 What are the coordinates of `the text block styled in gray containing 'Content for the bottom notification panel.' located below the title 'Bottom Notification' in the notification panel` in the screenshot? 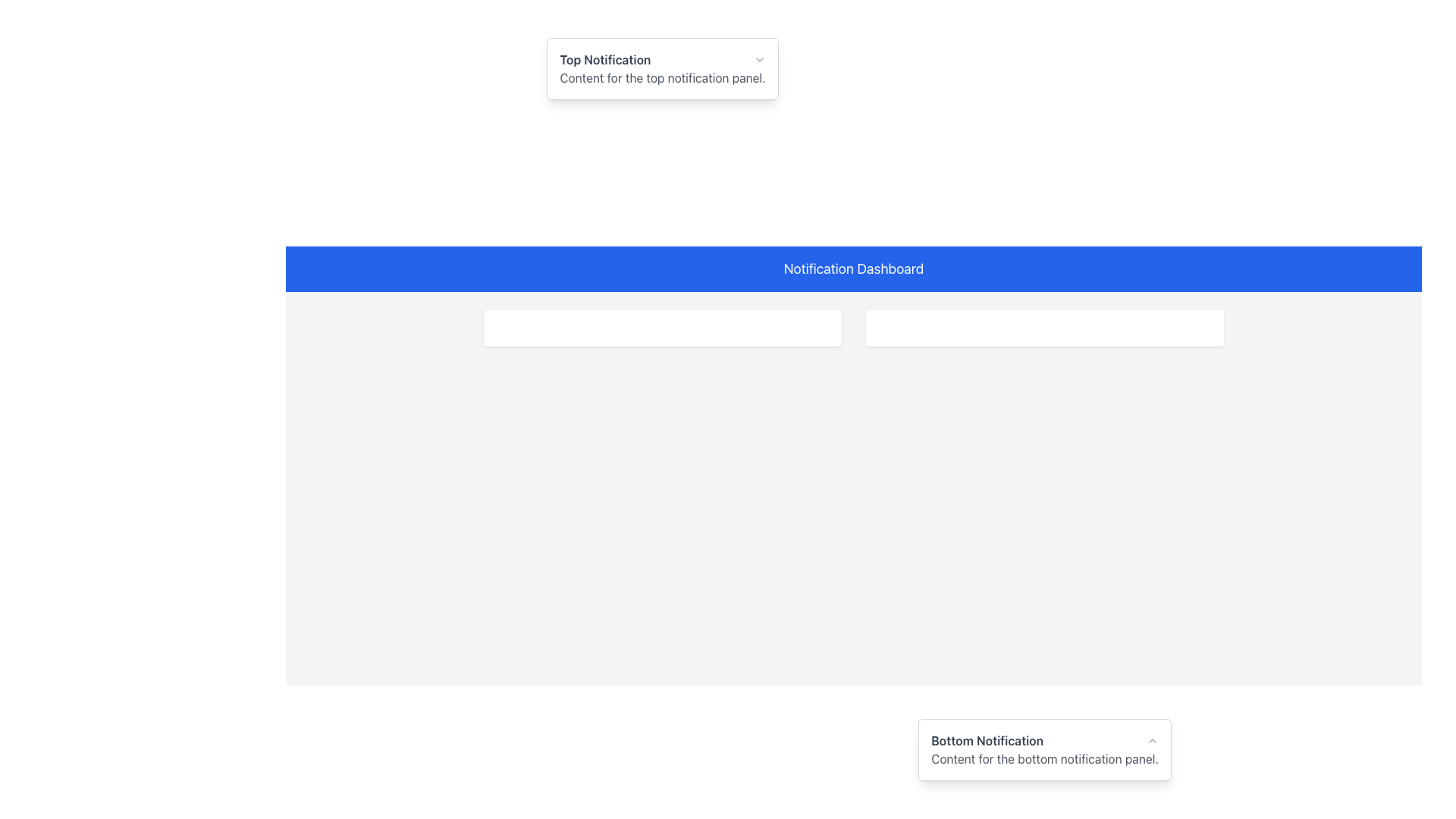 It's located at (1043, 759).